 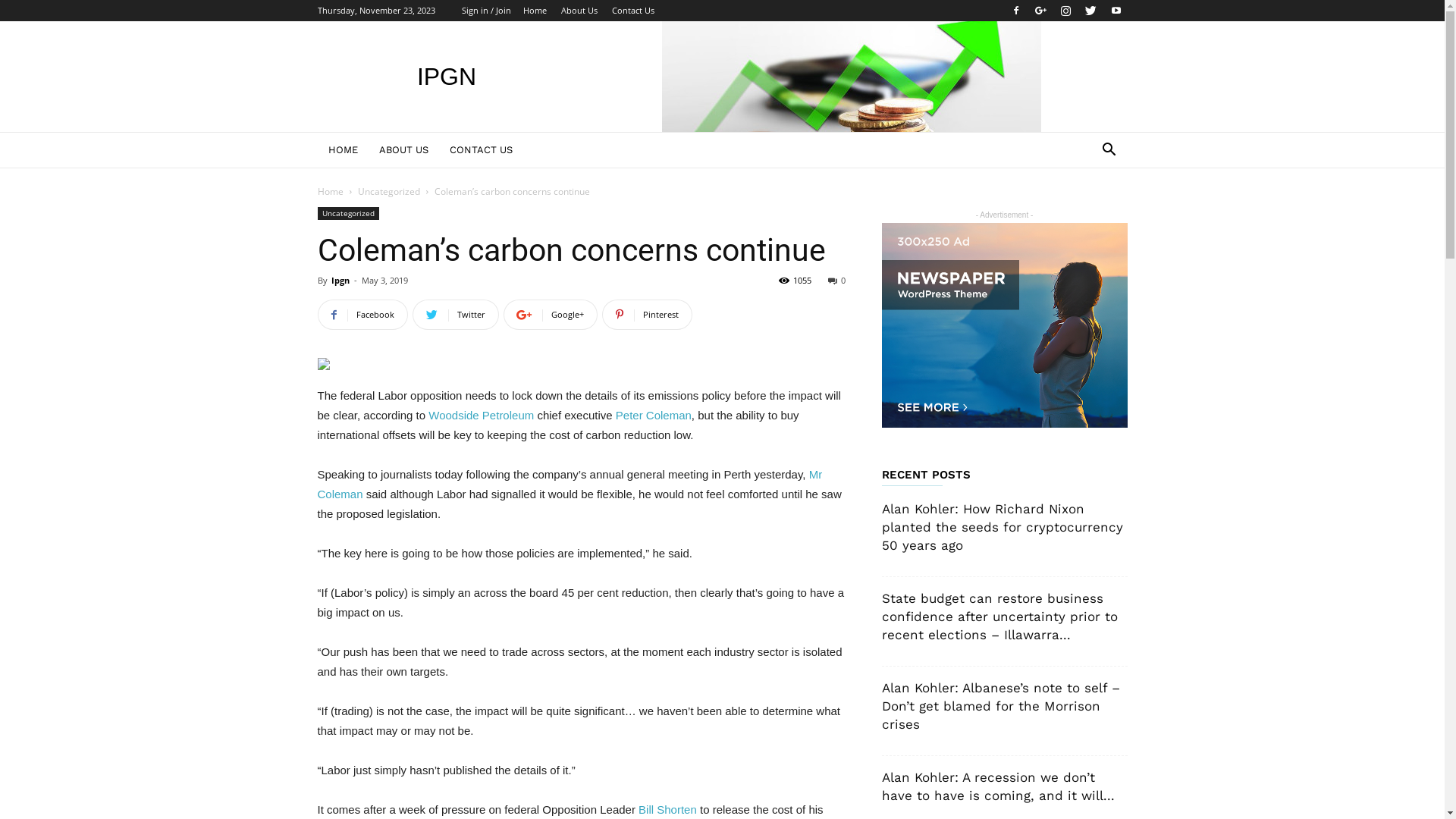 I want to click on 'Pinterest', so click(x=647, y=314).